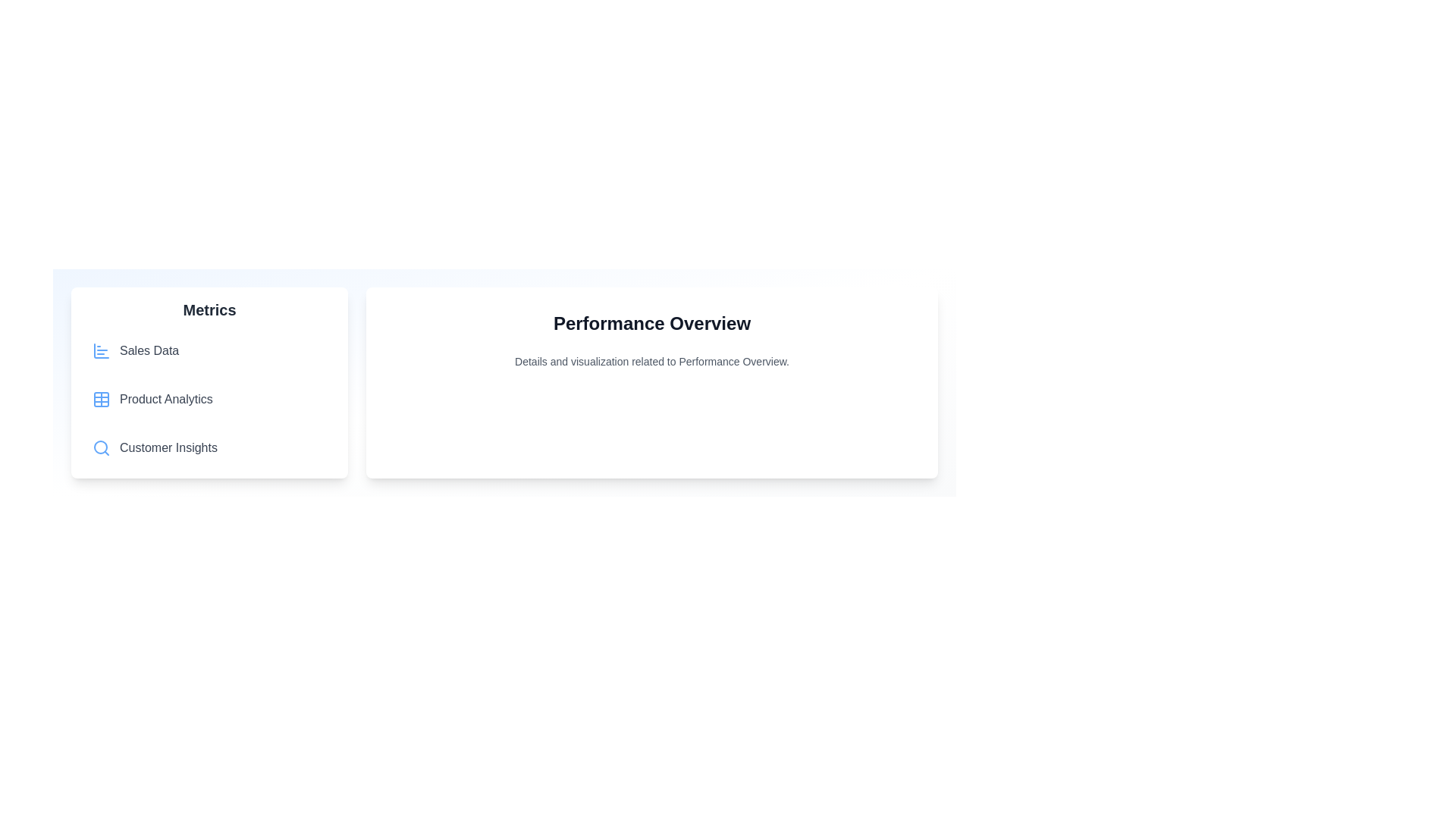 The width and height of the screenshot is (1456, 819). I want to click on the second menu item labeled 'Product Analytics' within the 'Metrics' section, so click(166, 399).